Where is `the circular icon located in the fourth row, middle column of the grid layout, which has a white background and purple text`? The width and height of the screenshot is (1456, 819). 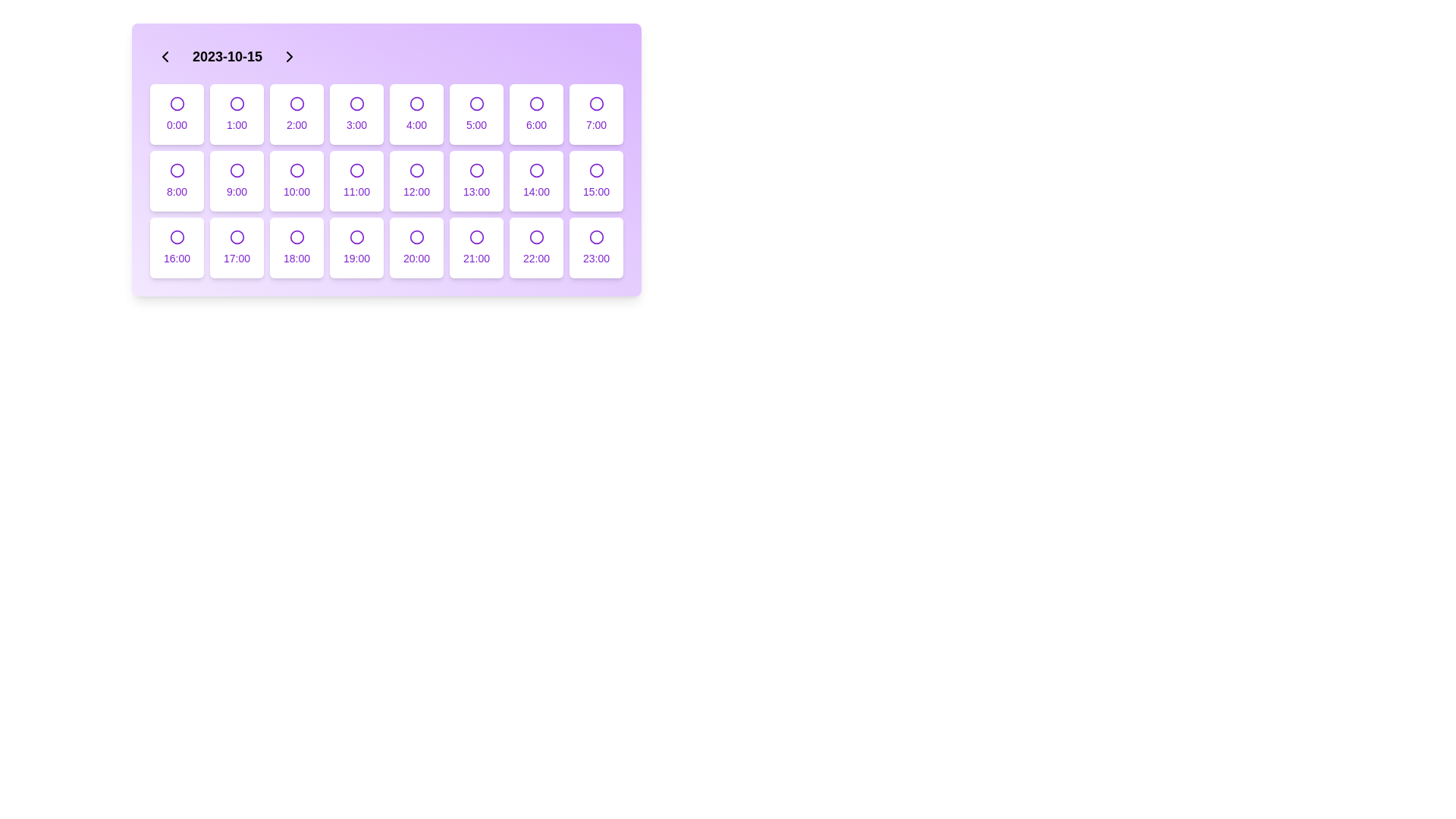 the circular icon located in the fourth row, middle column of the grid layout, which has a white background and purple text is located at coordinates (416, 170).